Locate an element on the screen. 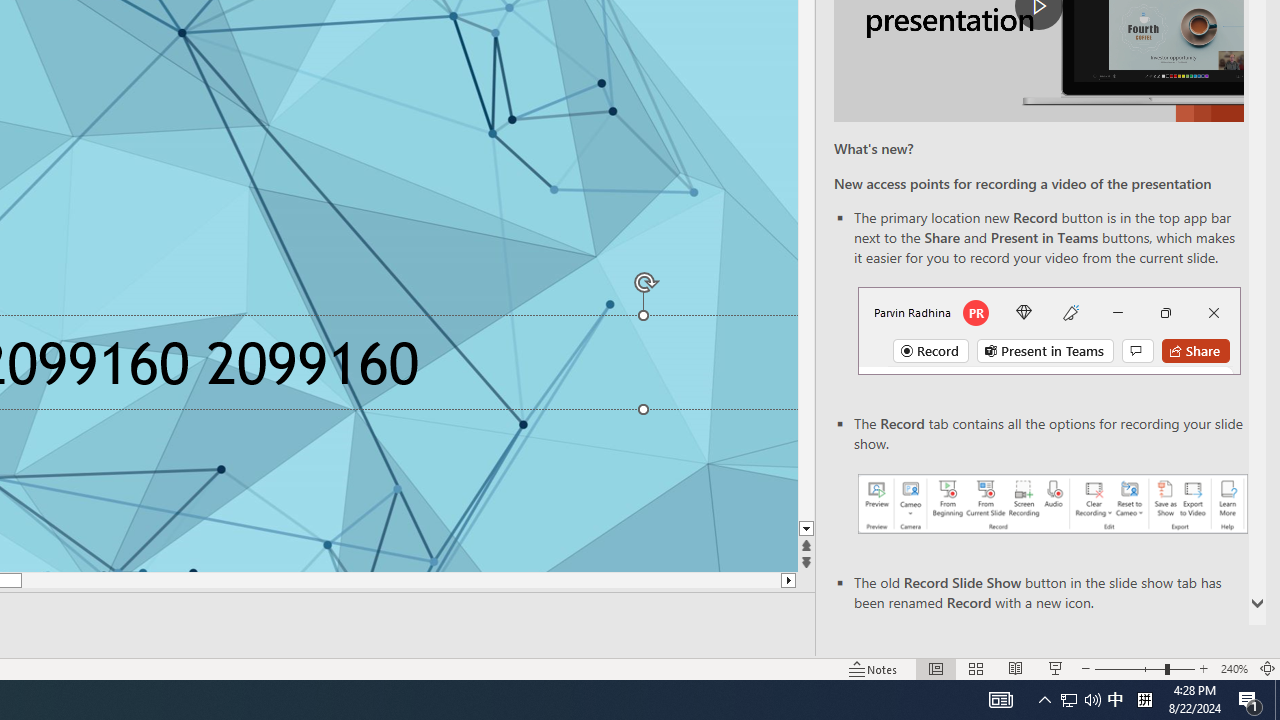 The height and width of the screenshot is (720, 1280). 'Record your presentations screenshot one' is located at coordinates (1051, 502).